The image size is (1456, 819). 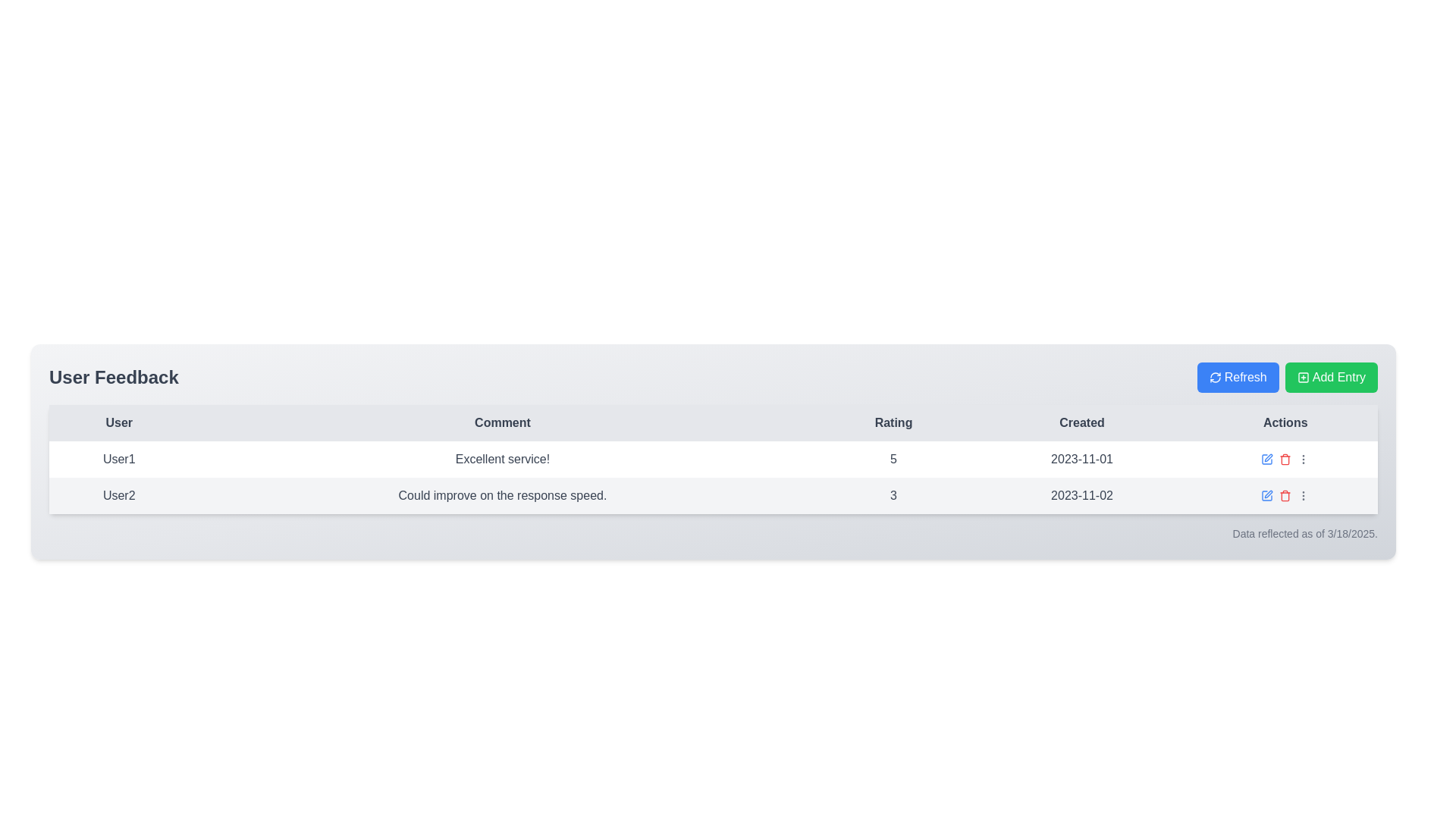 What do you see at coordinates (1081, 496) in the screenshot?
I see `the static text displaying the creation date for user 'User2' in the second row of the feedback table` at bounding box center [1081, 496].